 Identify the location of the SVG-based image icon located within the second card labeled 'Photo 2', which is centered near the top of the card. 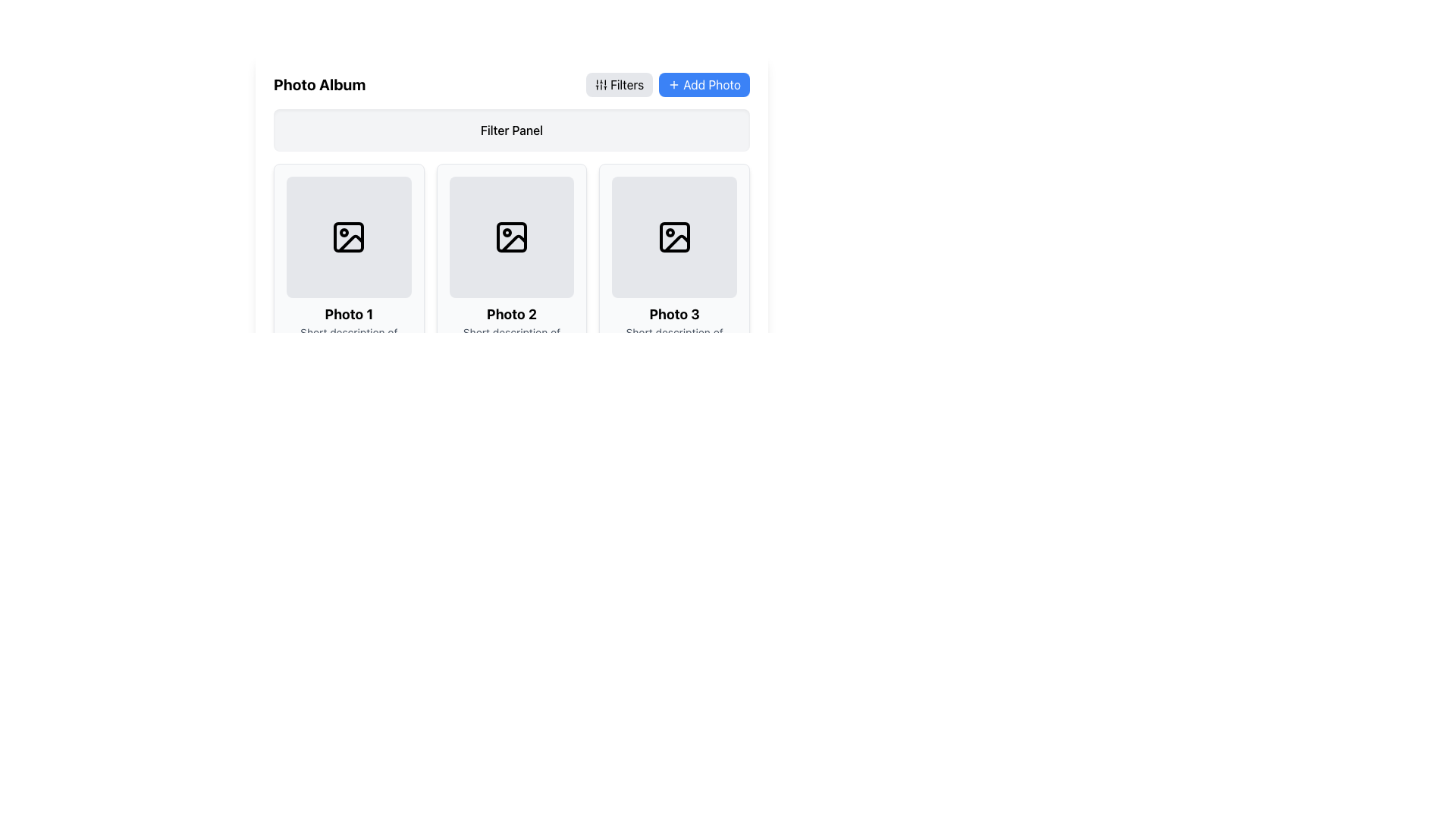
(512, 237).